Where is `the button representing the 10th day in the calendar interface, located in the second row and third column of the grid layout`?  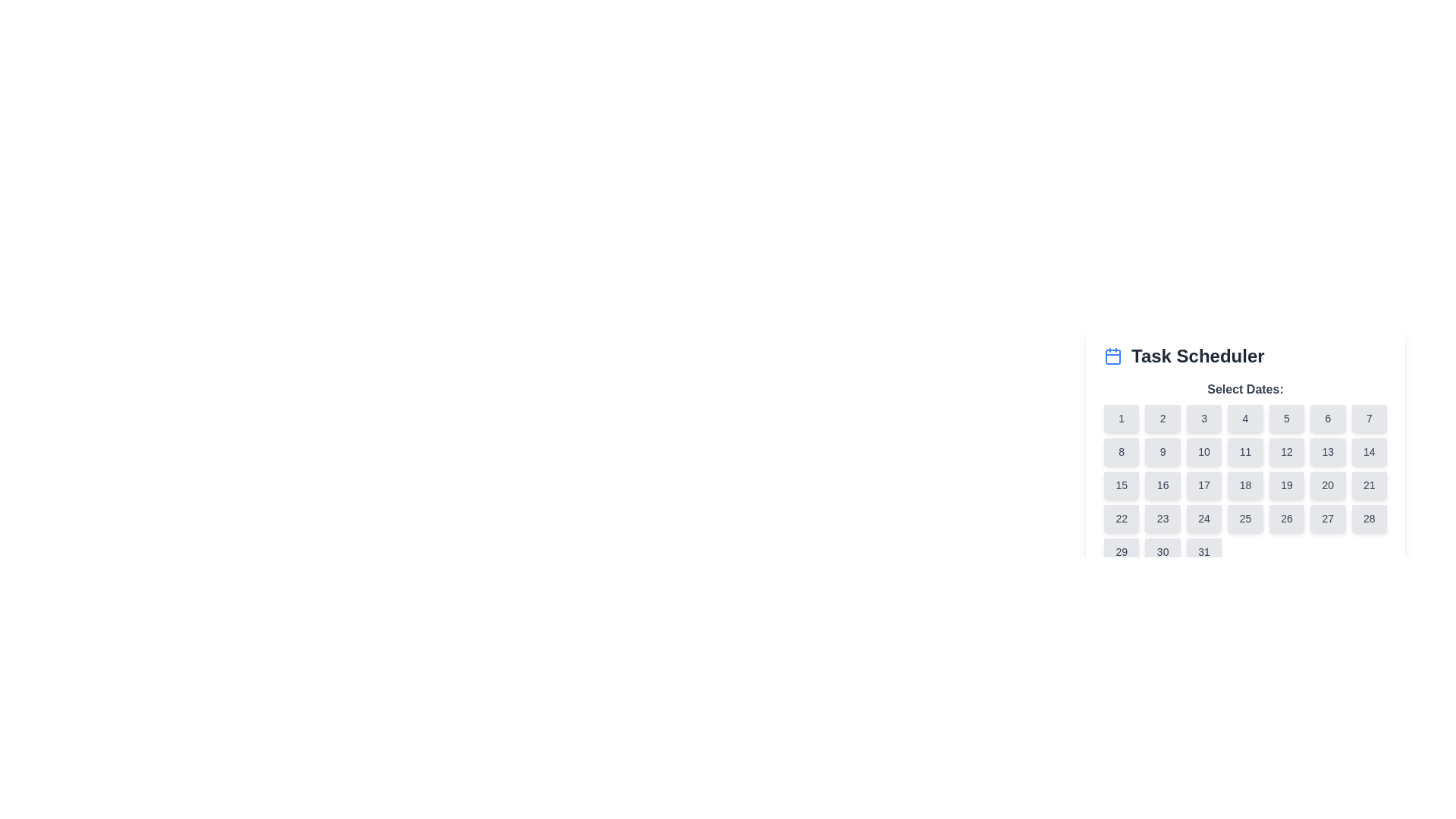 the button representing the 10th day in the calendar interface, located in the second row and third column of the grid layout is located at coordinates (1203, 451).